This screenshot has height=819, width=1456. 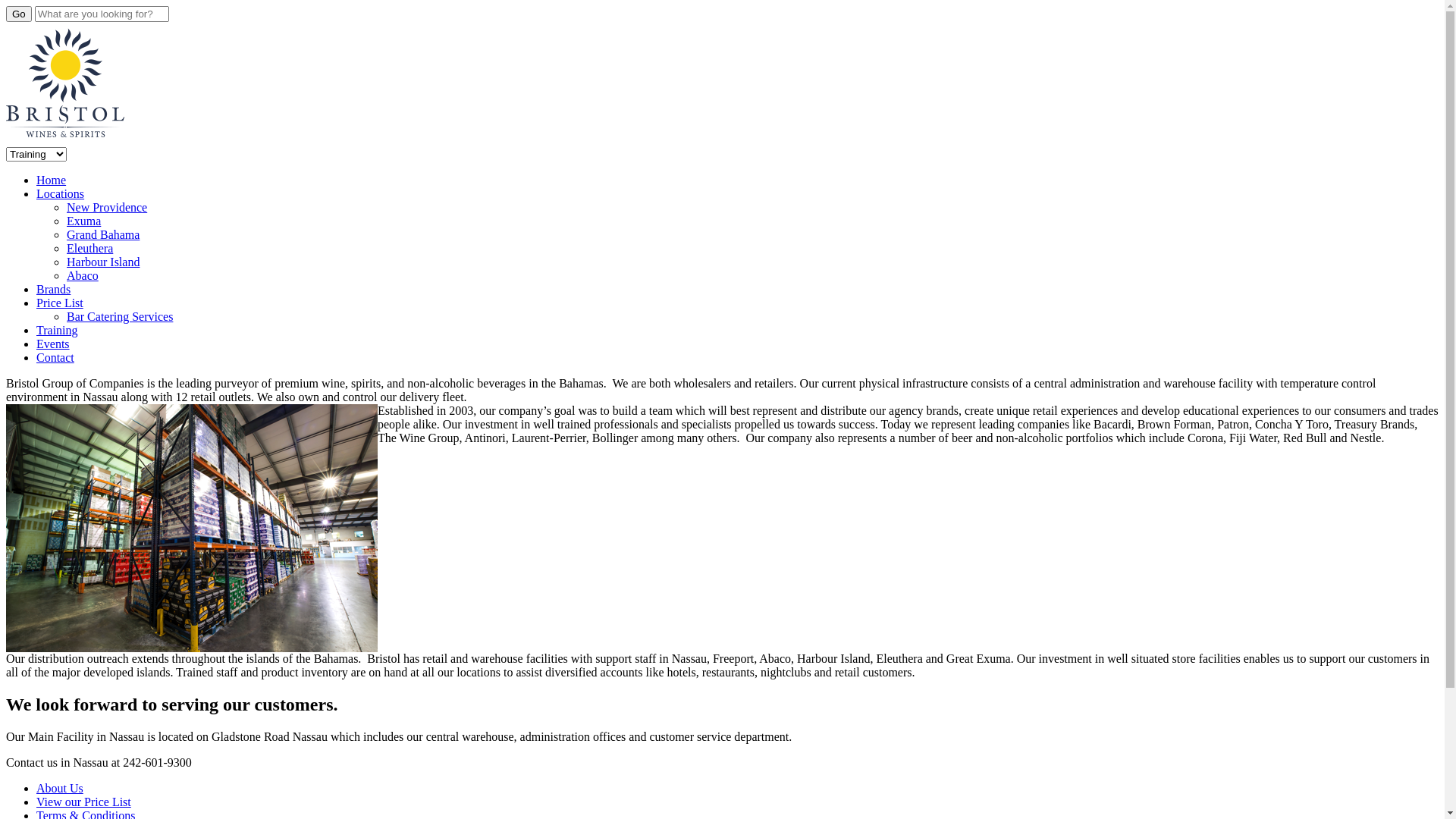 I want to click on 'Brands', so click(x=53, y=289).